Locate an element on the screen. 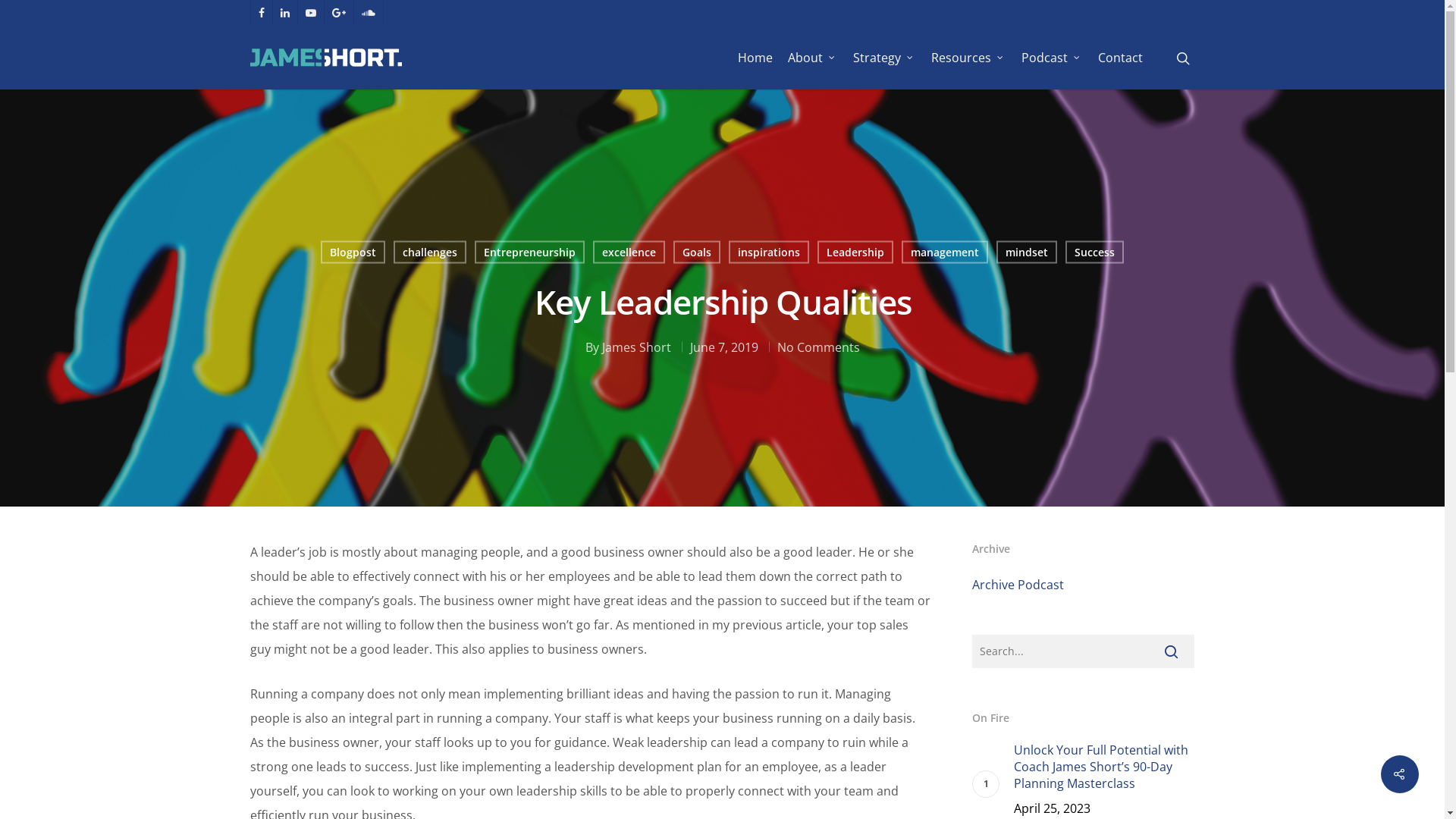 The height and width of the screenshot is (819, 1456). 'mindset' is located at coordinates (996, 251).